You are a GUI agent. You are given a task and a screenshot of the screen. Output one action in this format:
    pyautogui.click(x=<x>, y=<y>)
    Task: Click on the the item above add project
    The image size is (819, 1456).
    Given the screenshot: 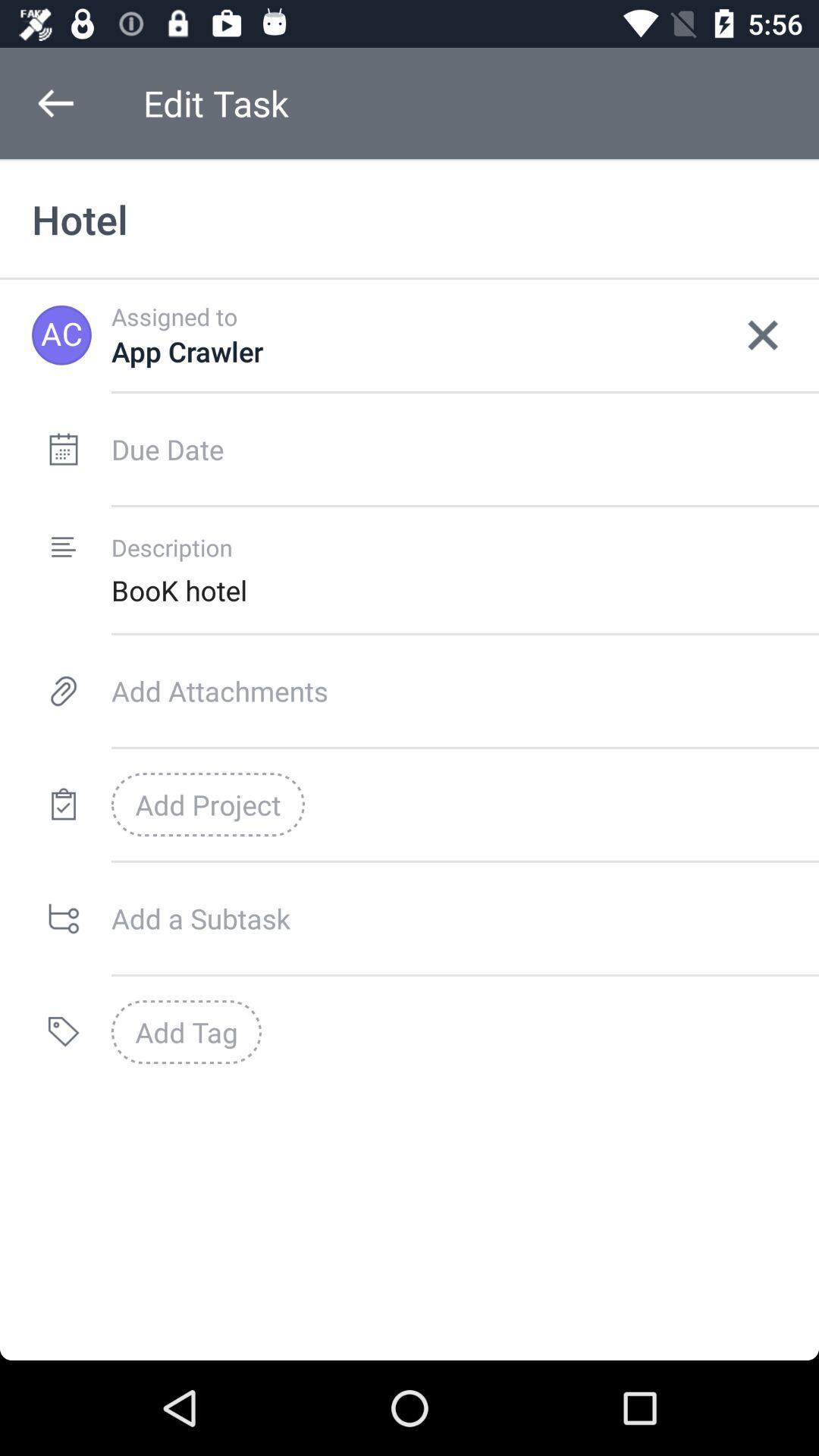 What is the action you would take?
    pyautogui.click(x=464, y=690)
    